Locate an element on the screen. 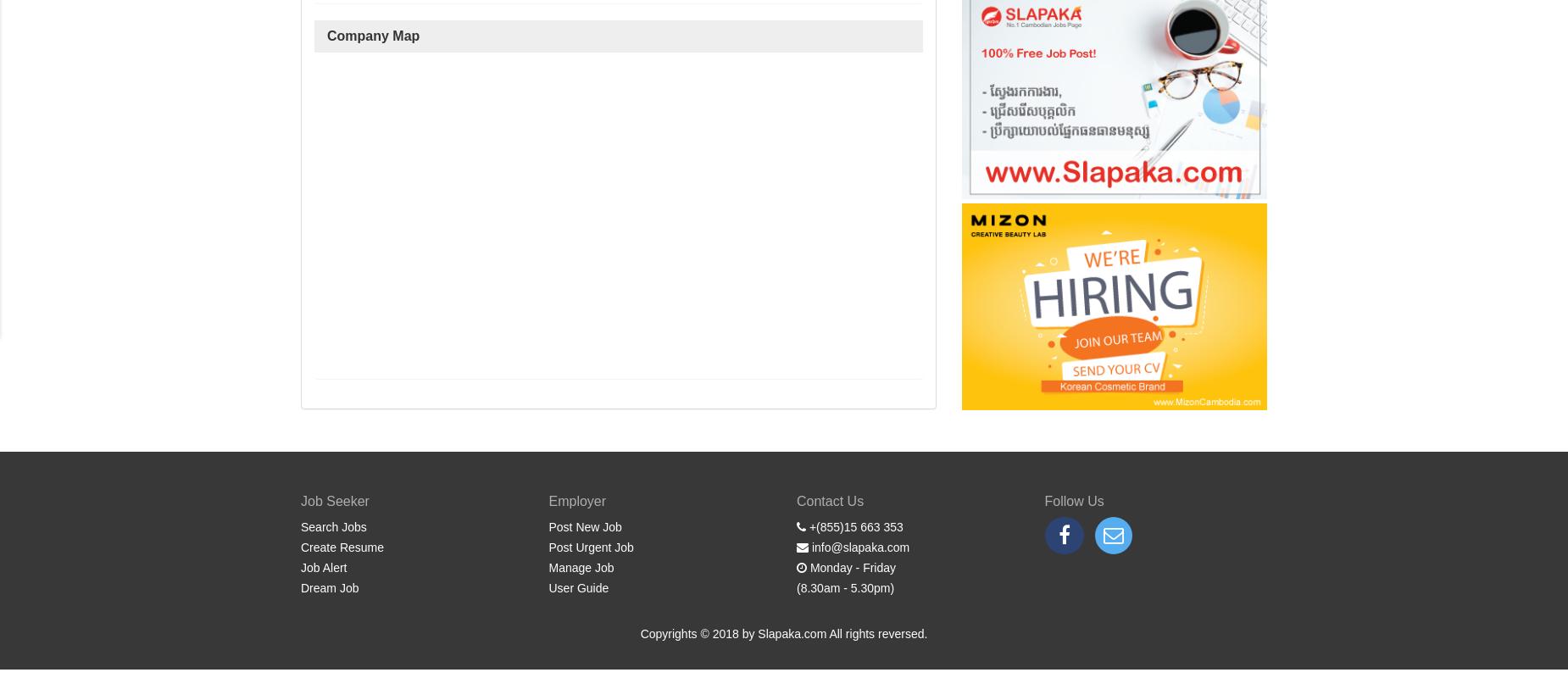 This screenshot has width=1568, height=678. 'Dream Job' is located at coordinates (329, 588).